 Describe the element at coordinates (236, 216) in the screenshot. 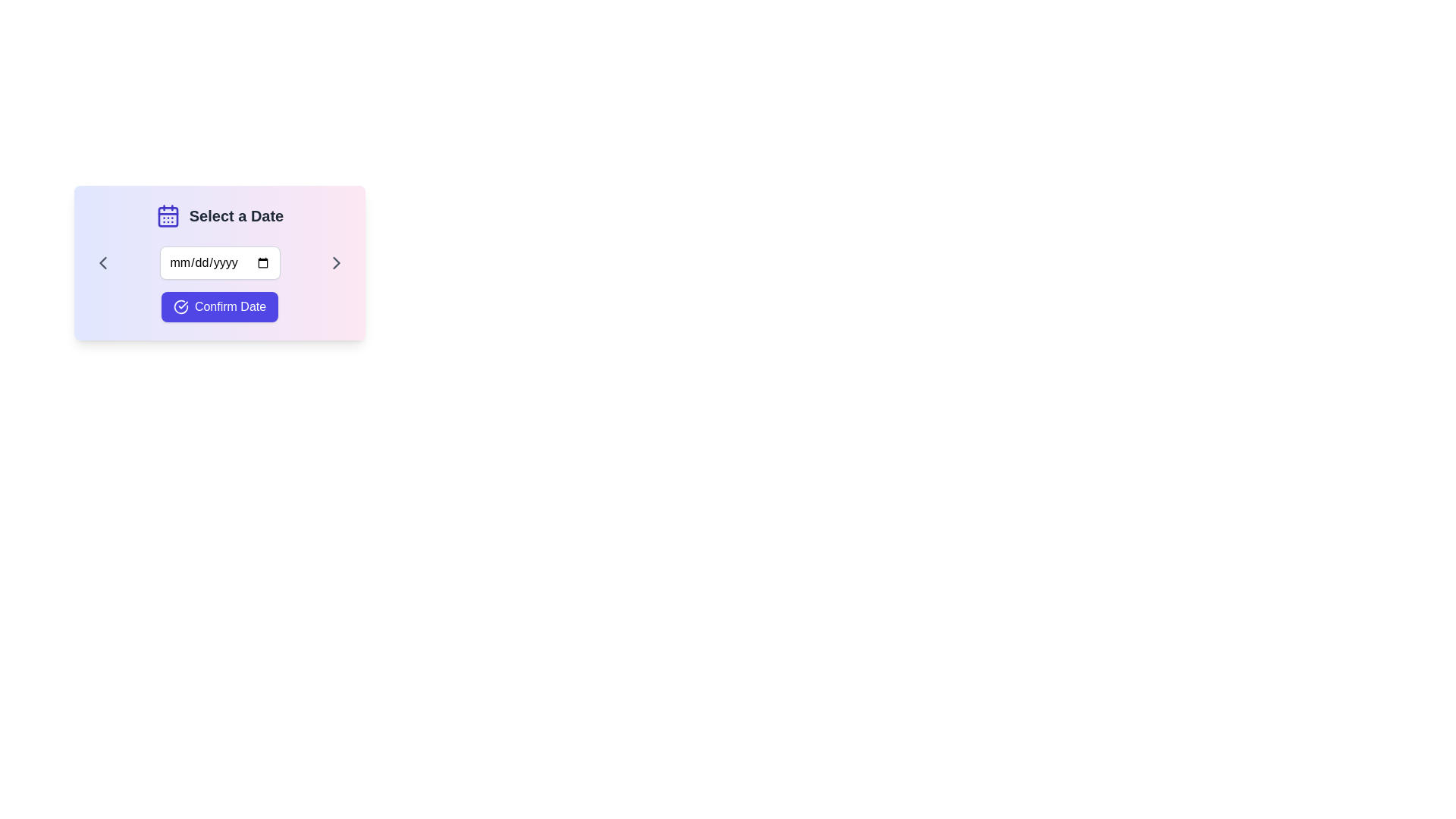

I see `the 'Select a Date' text label, which is bold and large, positioned to the right of the calendar icon in the date selection interface` at that location.